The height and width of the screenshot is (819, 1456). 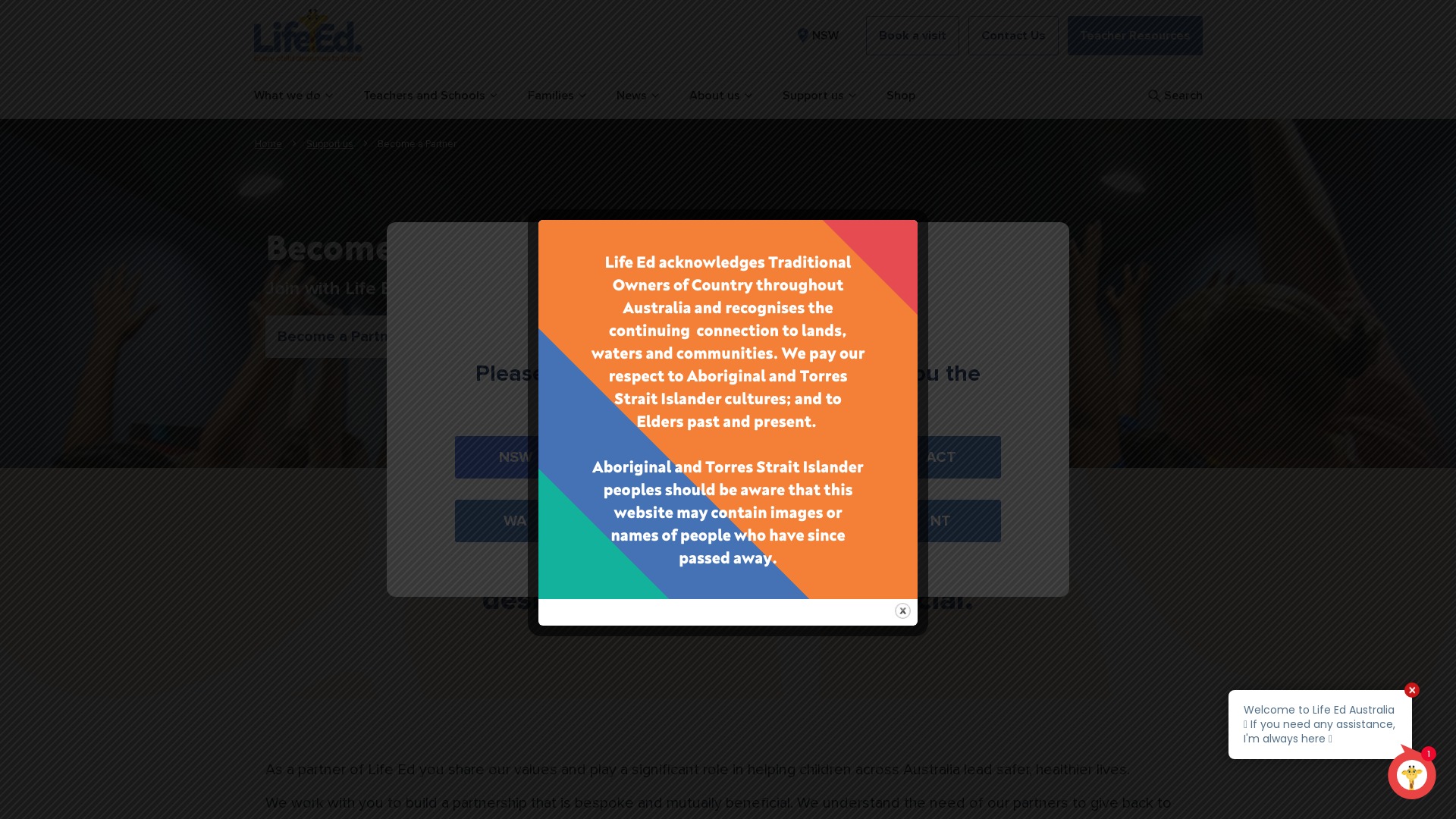 I want to click on 'WA', so click(x=515, y=519).